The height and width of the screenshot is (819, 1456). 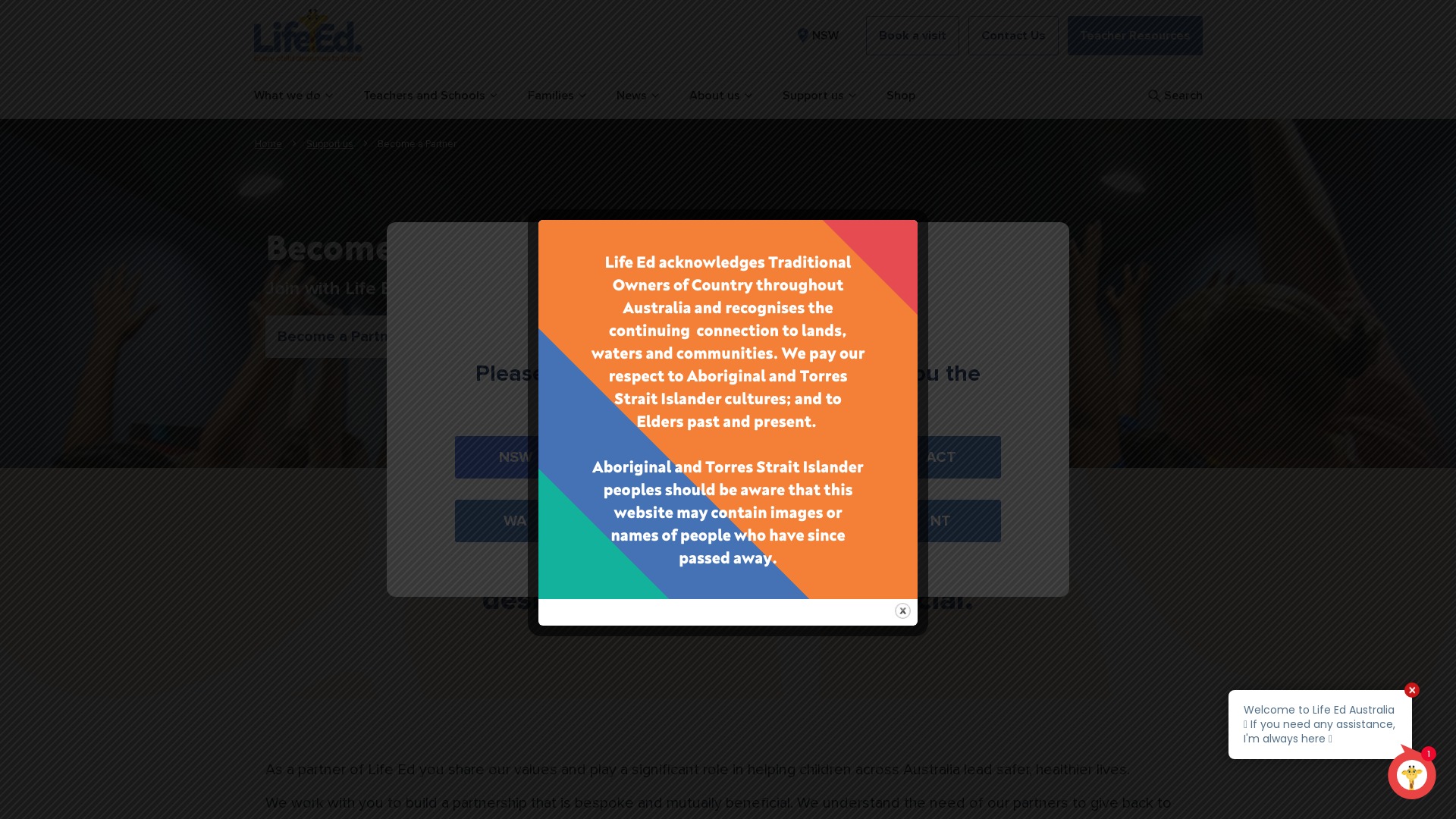 I want to click on 'WA', so click(x=515, y=519).